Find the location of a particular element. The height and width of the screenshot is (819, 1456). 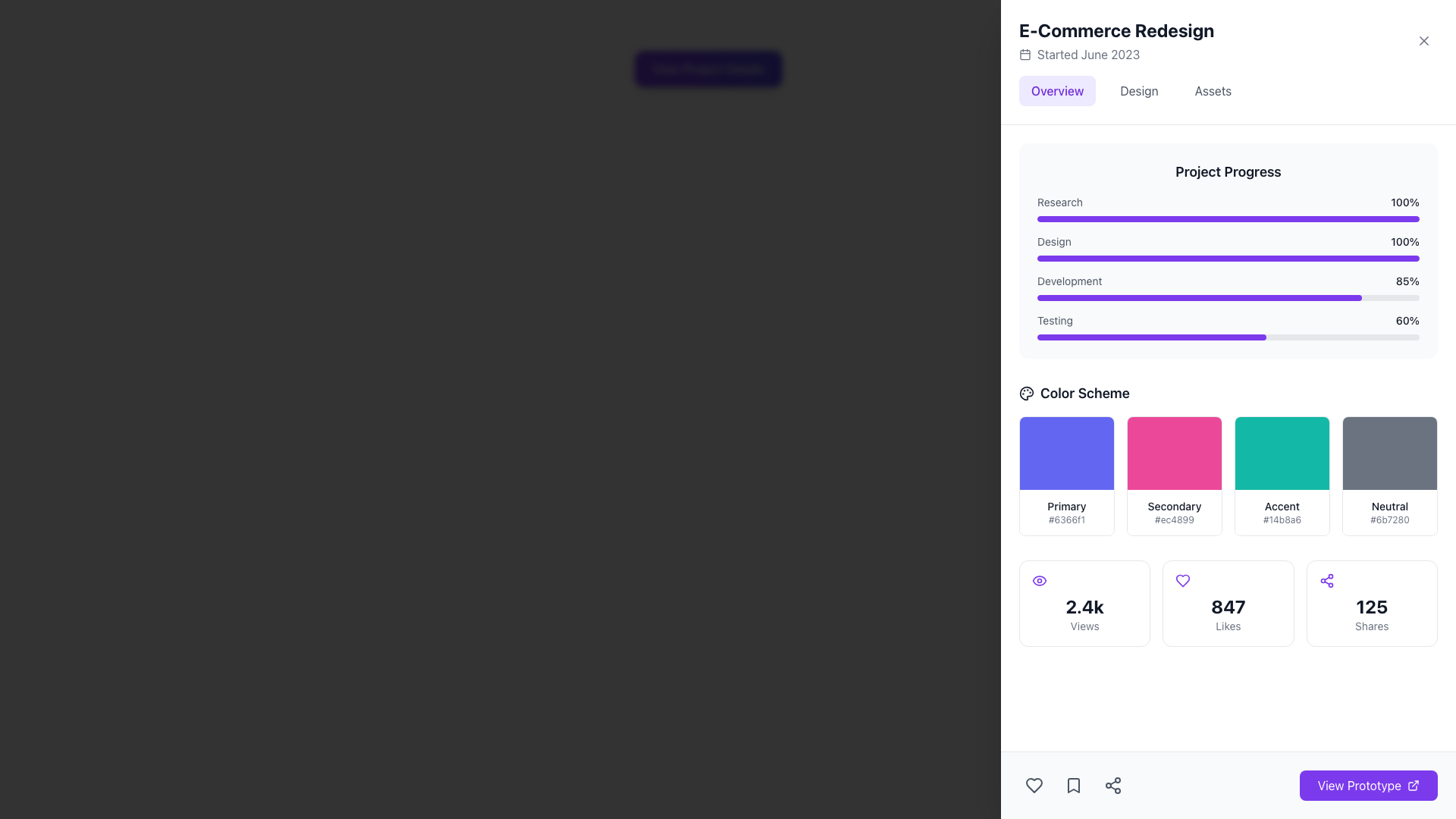

the informative label with a calendar icon that reads 'Started June 2023', located below the main heading 'E-Commerce Redesign' is located at coordinates (1116, 54).